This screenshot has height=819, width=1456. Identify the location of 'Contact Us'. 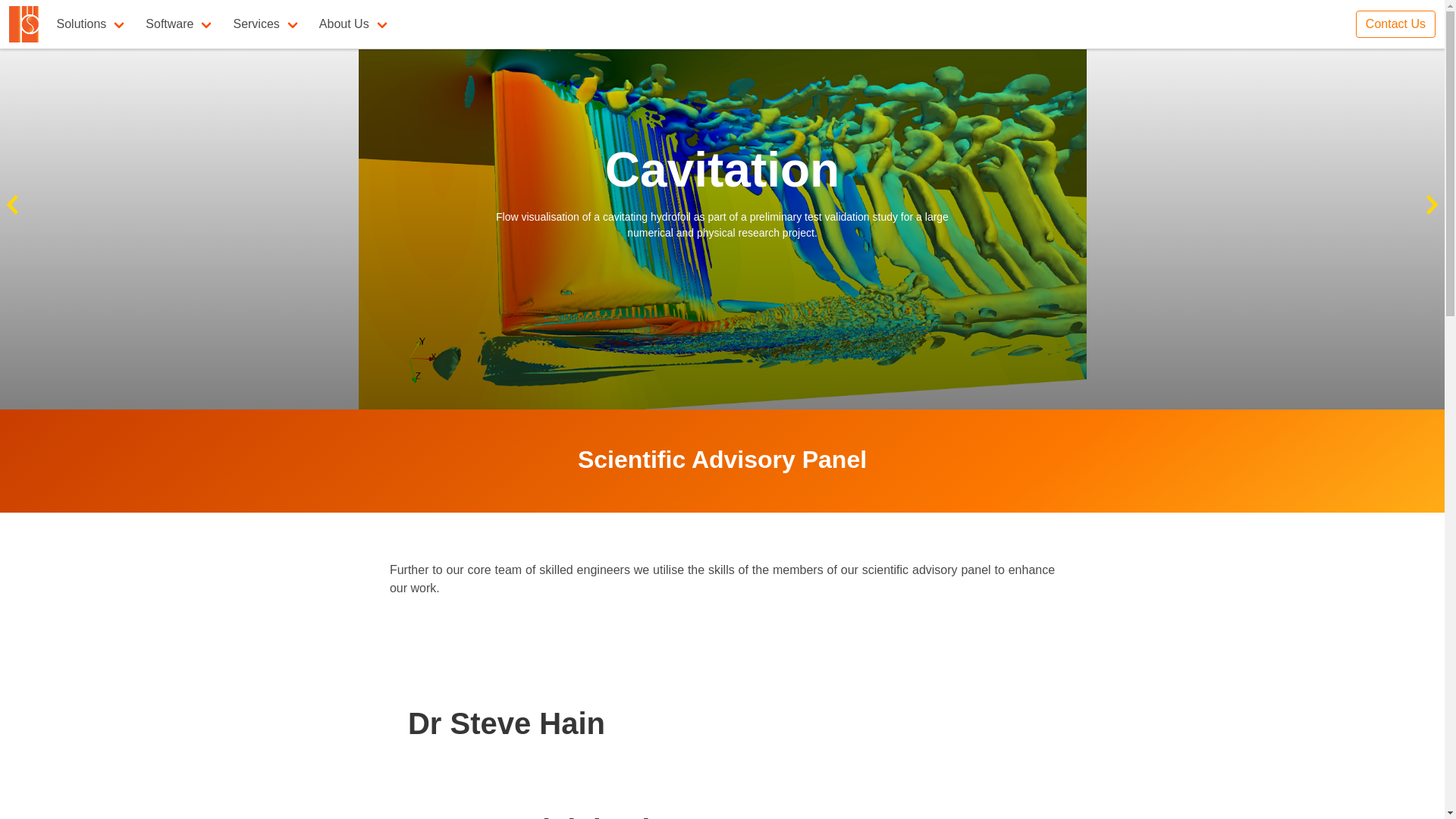
(1395, 24).